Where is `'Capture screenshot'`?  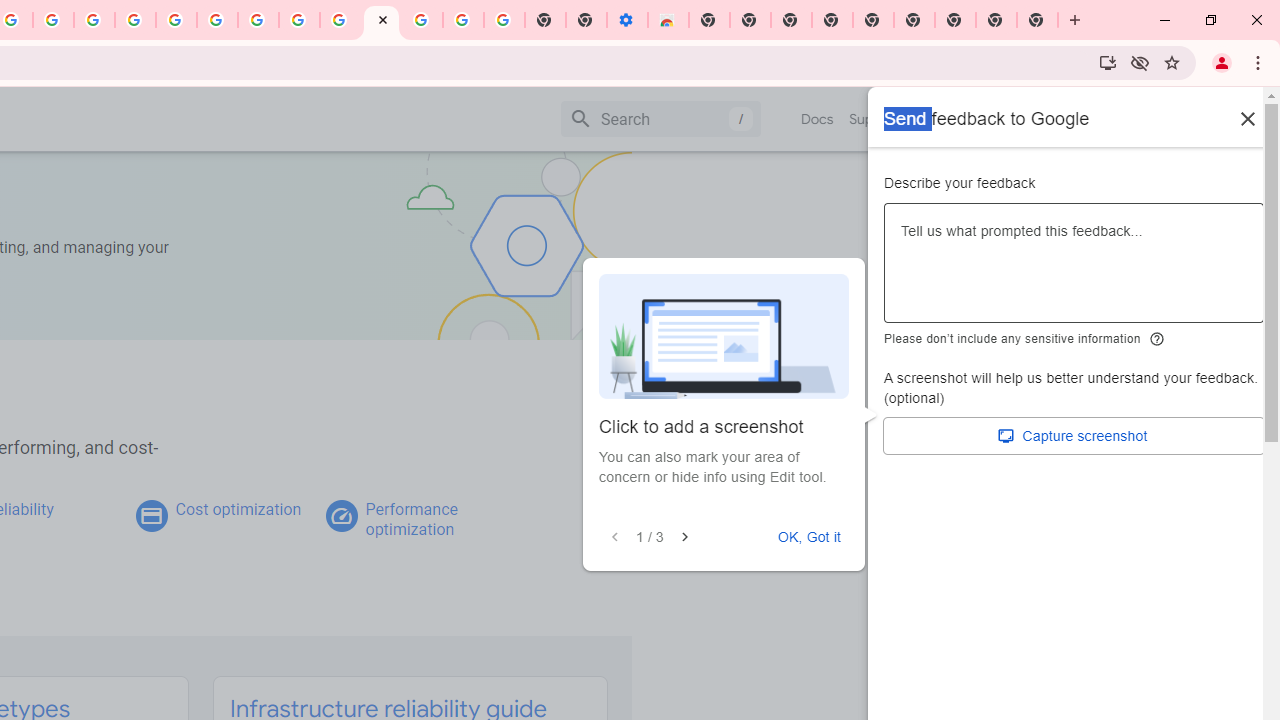
'Capture screenshot' is located at coordinates (1073, 435).